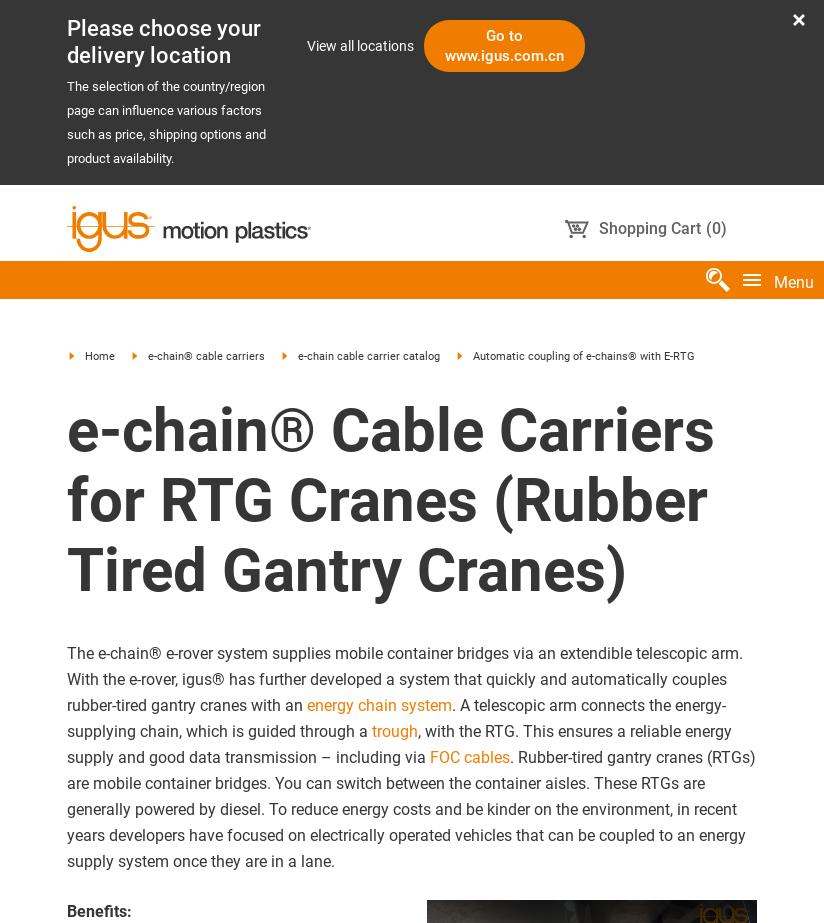  What do you see at coordinates (165, 122) in the screenshot?
I see `'The selection of the country/region page can influence various factors such as price, shipping options and product availability.'` at bounding box center [165, 122].